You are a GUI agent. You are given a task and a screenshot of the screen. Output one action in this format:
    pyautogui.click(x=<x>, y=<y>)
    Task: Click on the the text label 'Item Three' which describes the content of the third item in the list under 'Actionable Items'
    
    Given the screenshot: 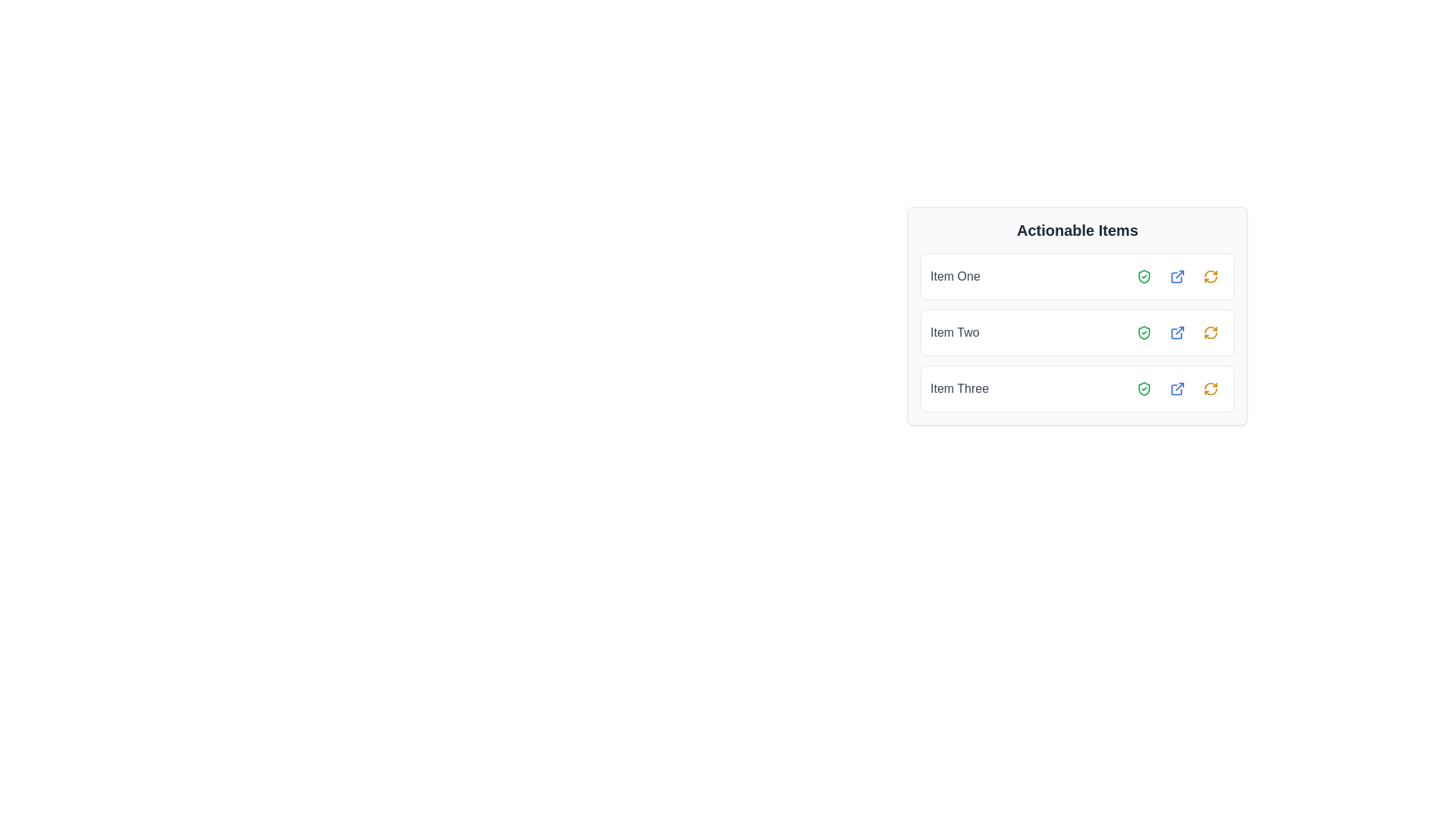 What is the action you would take?
    pyautogui.click(x=959, y=388)
    